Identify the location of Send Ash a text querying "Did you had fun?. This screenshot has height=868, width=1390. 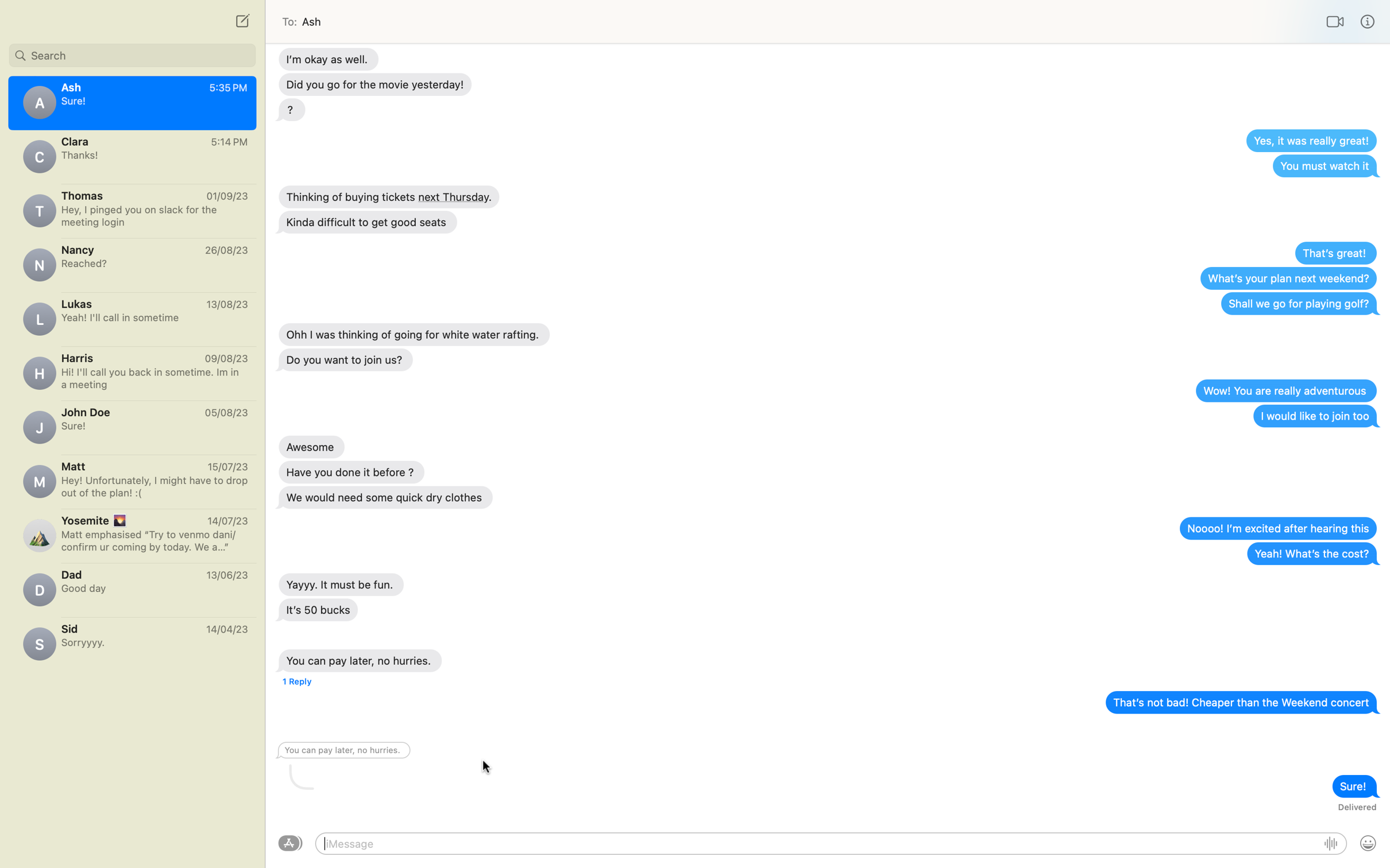
(132, 262).